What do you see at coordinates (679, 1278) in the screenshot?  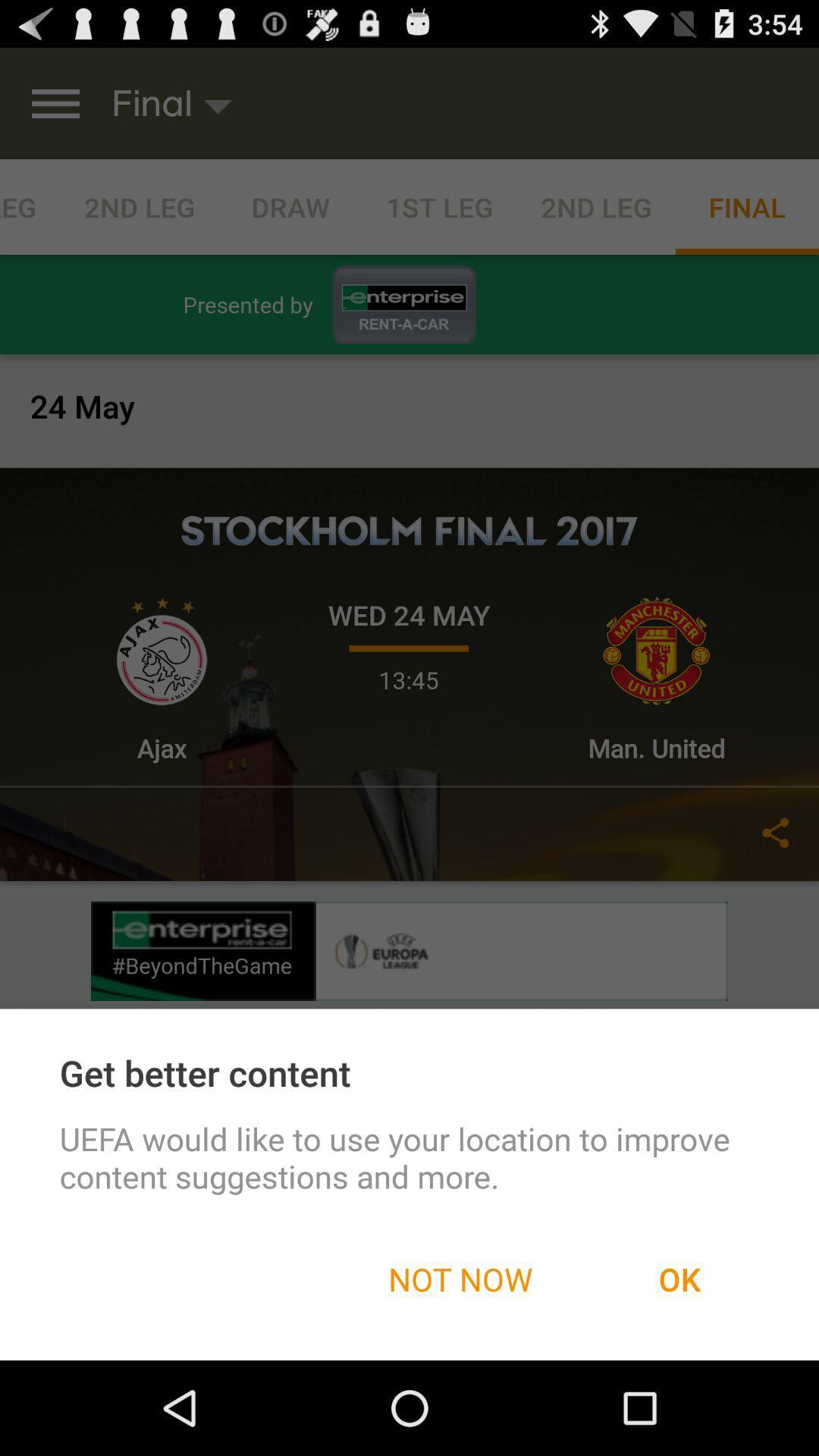 I see `item below the uefa would like item` at bounding box center [679, 1278].